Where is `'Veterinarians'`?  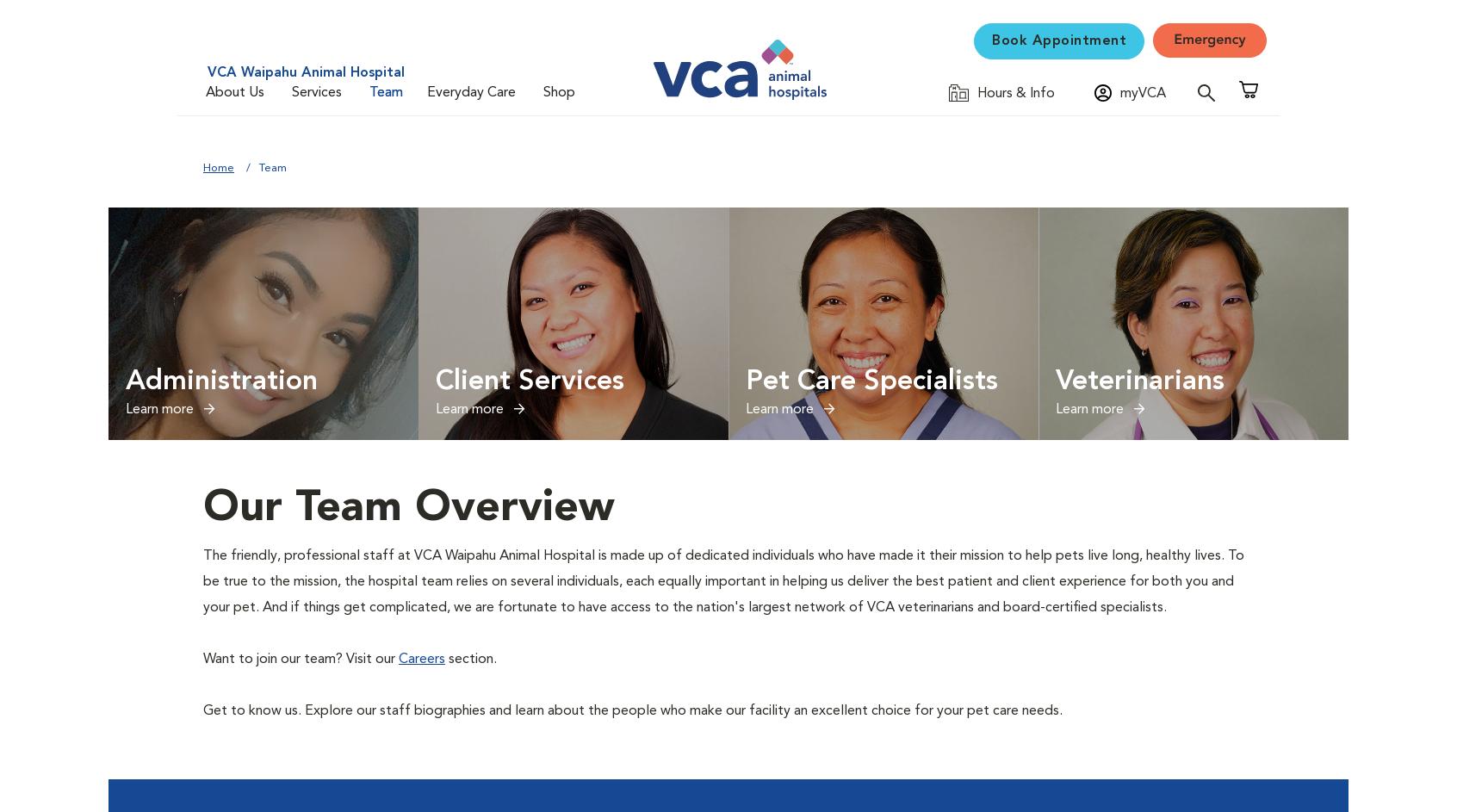 'Veterinarians' is located at coordinates (1056, 381).